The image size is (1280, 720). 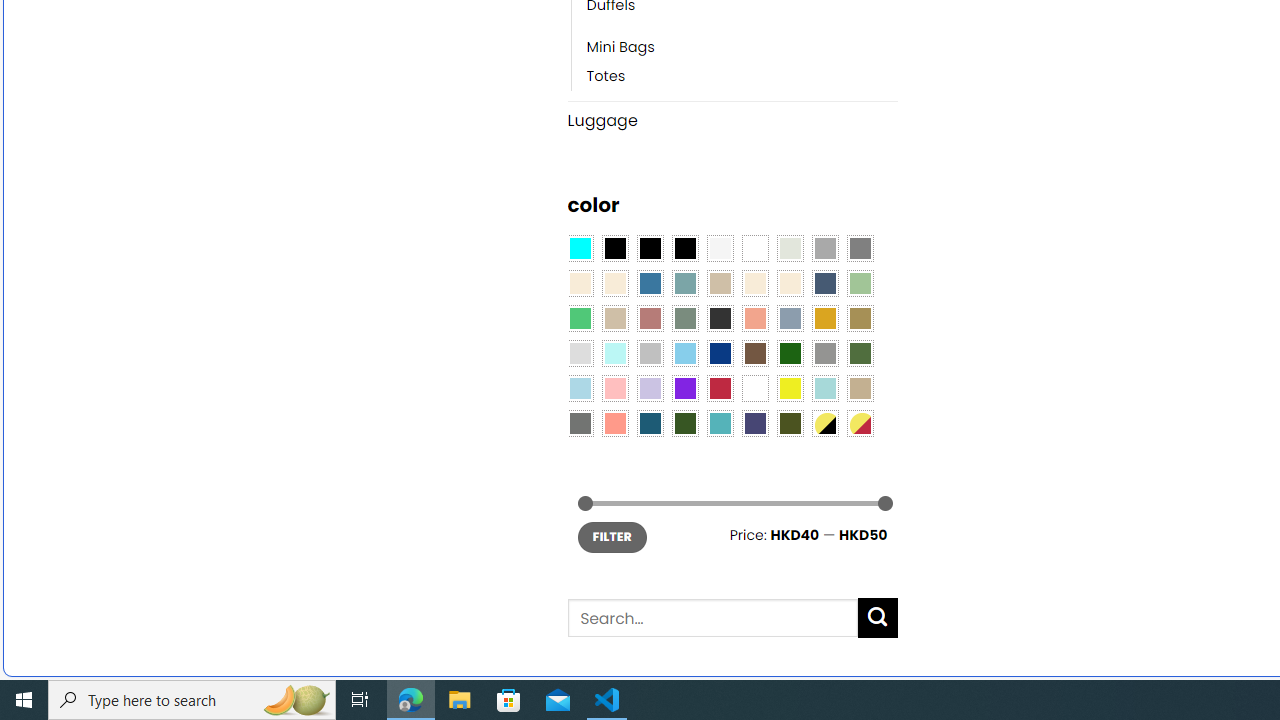 What do you see at coordinates (720, 317) in the screenshot?
I see `'Charcoal'` at bounding box center [720, 317].